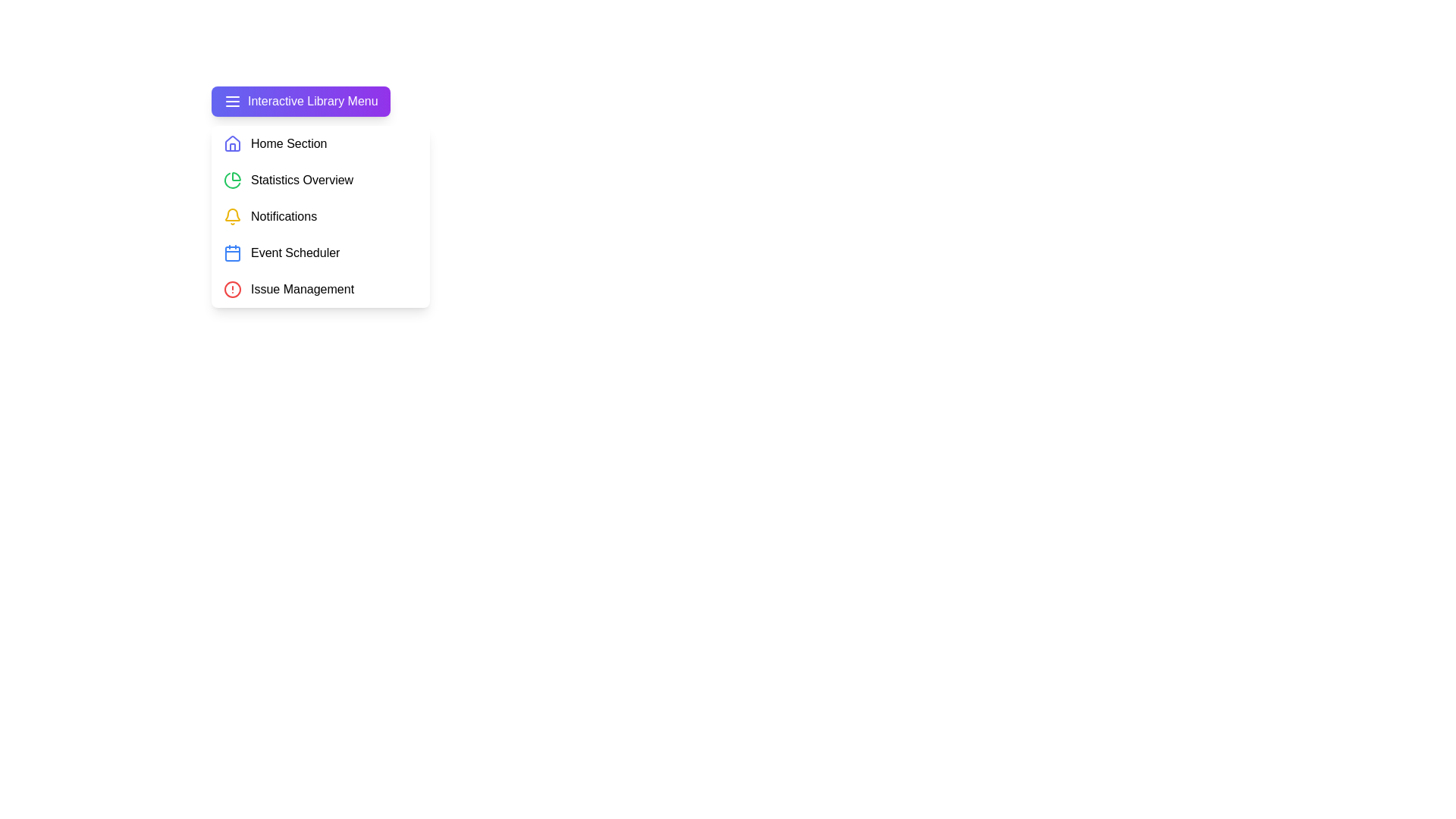 This screenshot has height=819, width=1456. I want to click on the menu item Statistics Overview from the LibraryMenu, so click(319, 180).